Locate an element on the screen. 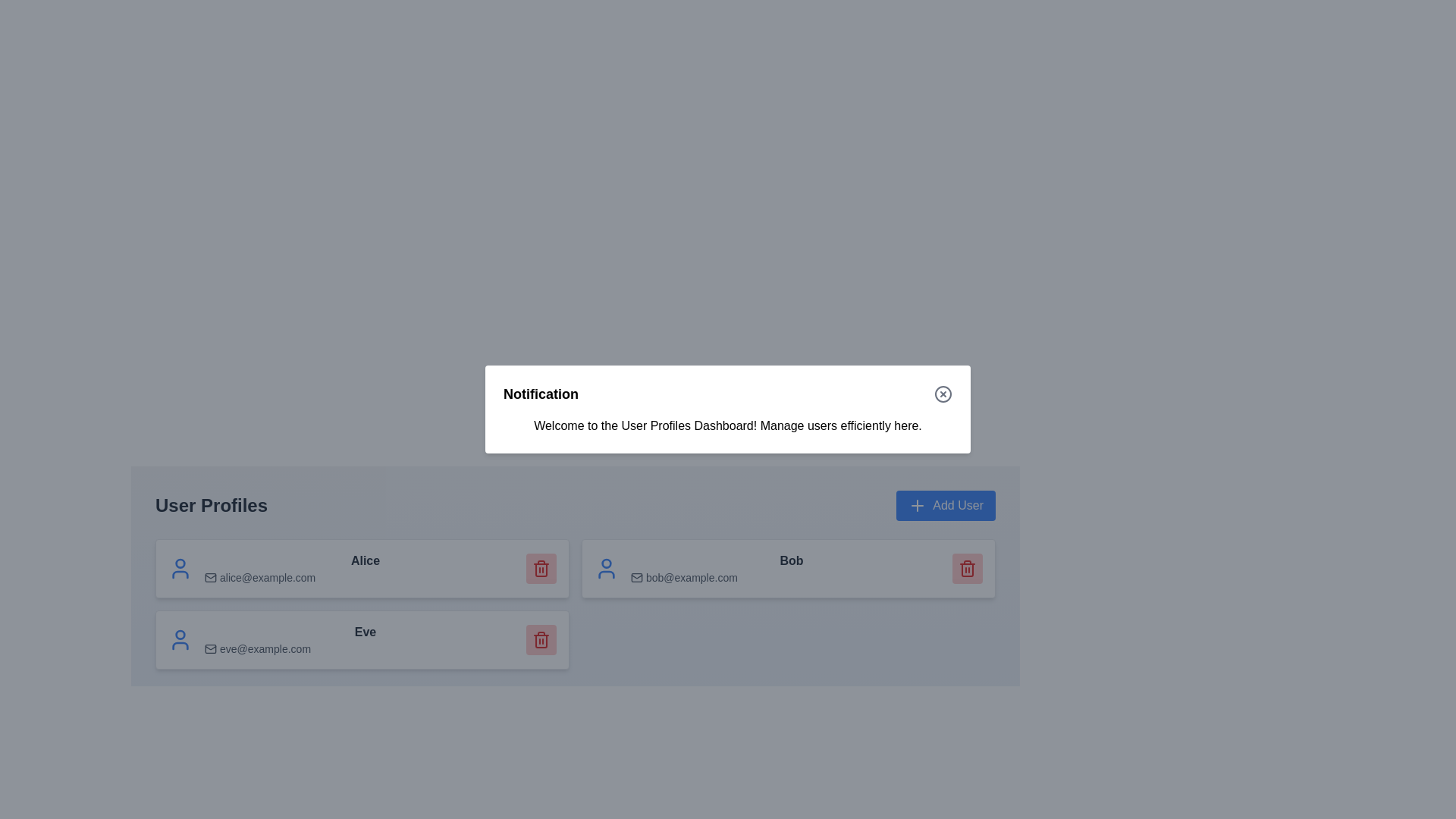  the delete icon located in the button on the right-hand side of the second row of user profile cards, which corresponds to the user profile of 'Eve' is located at coordinates (541, 640).